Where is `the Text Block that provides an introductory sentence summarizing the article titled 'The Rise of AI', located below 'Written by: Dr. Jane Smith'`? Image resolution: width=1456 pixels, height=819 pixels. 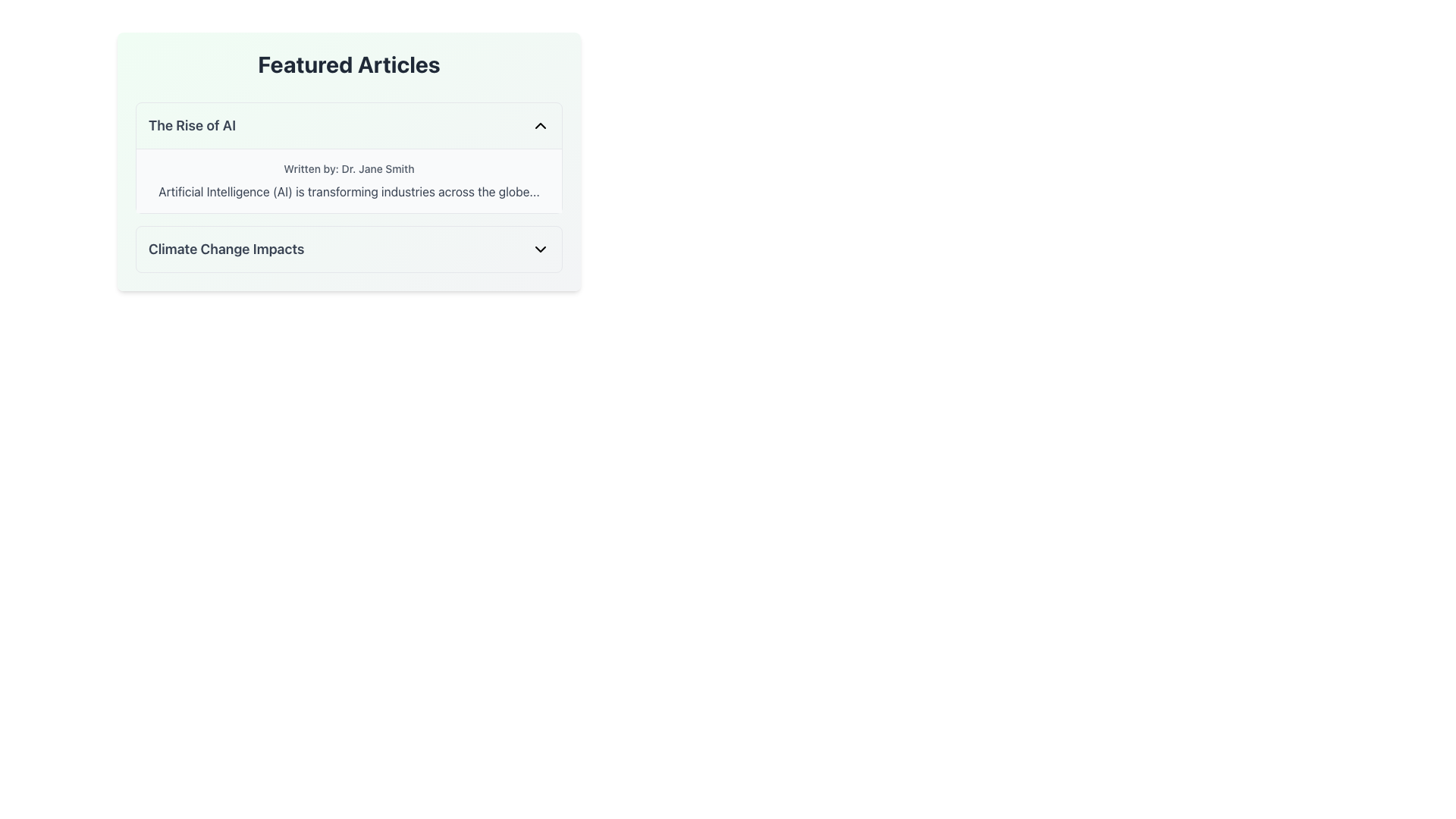
the Text Block that provides an introductory sentence summarizing the article titled 'The Rise of AI', located below 'Written by: Dr. Jane Smith' is located at coordinates (348, 191).